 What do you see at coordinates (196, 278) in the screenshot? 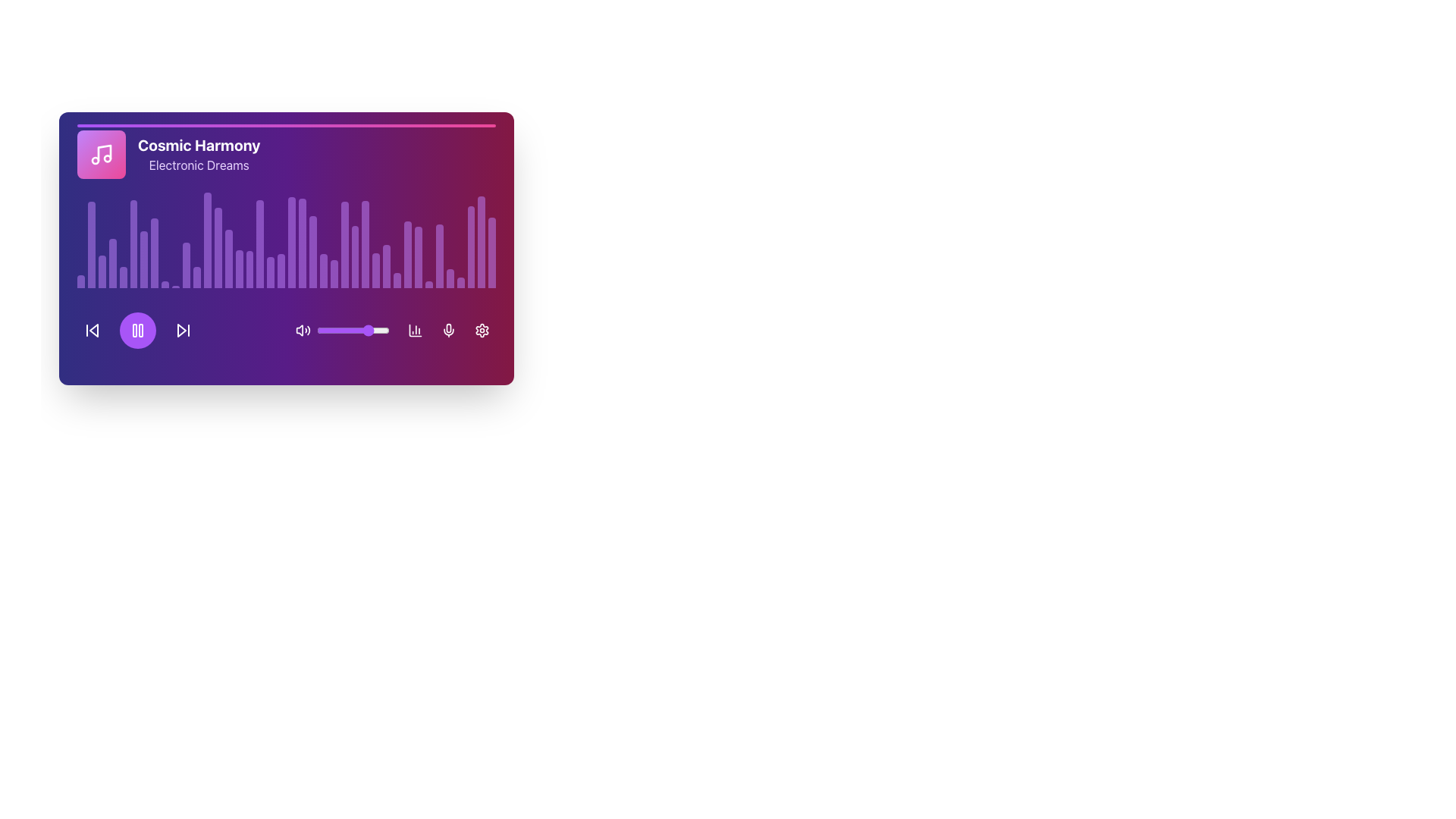
I see `the 12th vertical bar of the audio spectrum visualization, which is a semi-transparent purple bar with a rounded top` at bounding box center [196, 278].